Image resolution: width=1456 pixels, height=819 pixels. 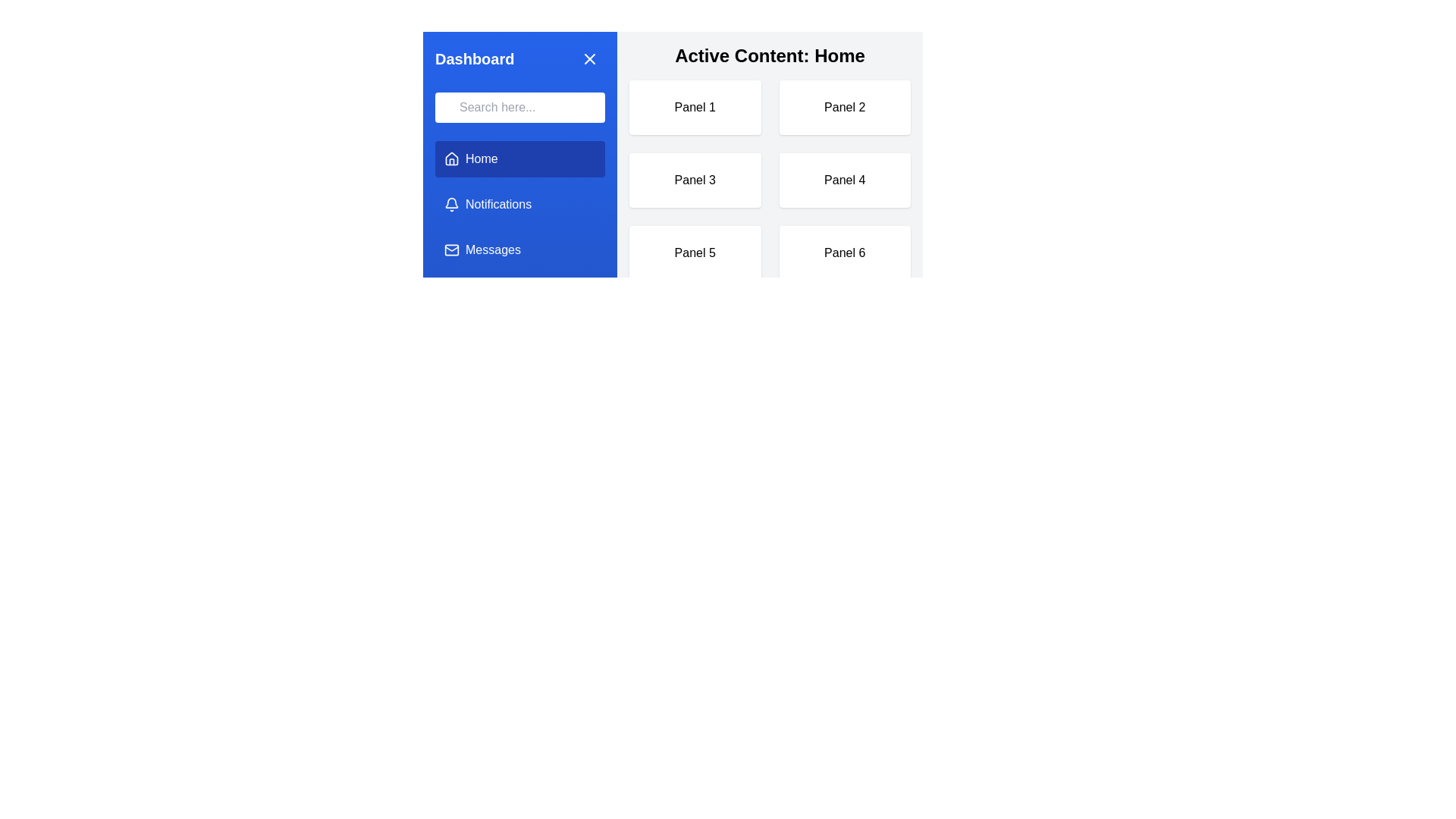 I want to click on the menu item labeled Notifications to change the active content, so click(x=520, y=205).